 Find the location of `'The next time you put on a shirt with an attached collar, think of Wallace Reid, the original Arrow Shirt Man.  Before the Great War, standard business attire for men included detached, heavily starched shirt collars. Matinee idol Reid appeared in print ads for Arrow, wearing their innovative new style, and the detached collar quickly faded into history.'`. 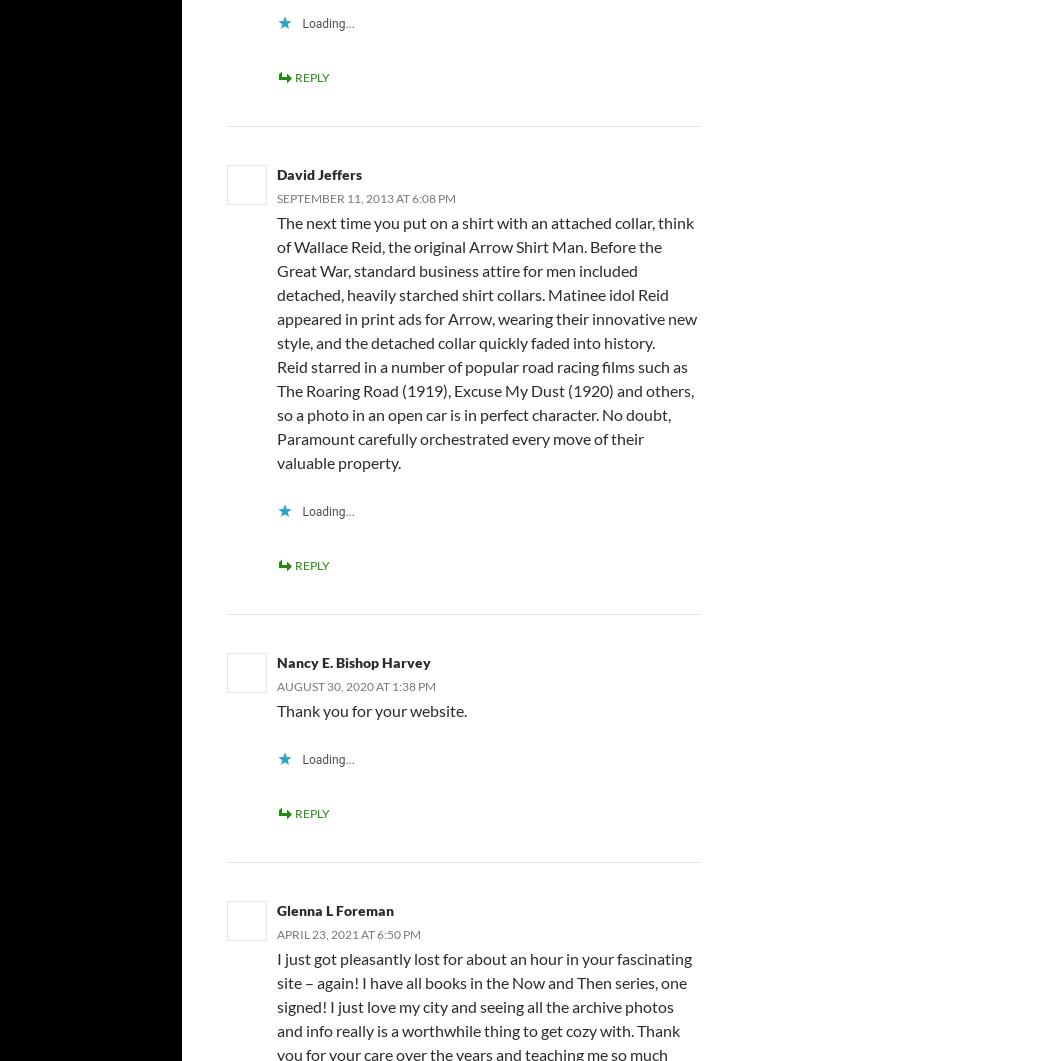

'The next time you put on a shirt with an attached collar, think of Wallace Reid, the original Arrow Shirt Man.  Before the Great War, standard business attire for men included detached, heavily starched shirt collars. Matinee idol Reid appeared in print ads for Arrow, wearing their innovative new style, and the detached collar quickly faded into history.' is located at coordinates (486, 281).